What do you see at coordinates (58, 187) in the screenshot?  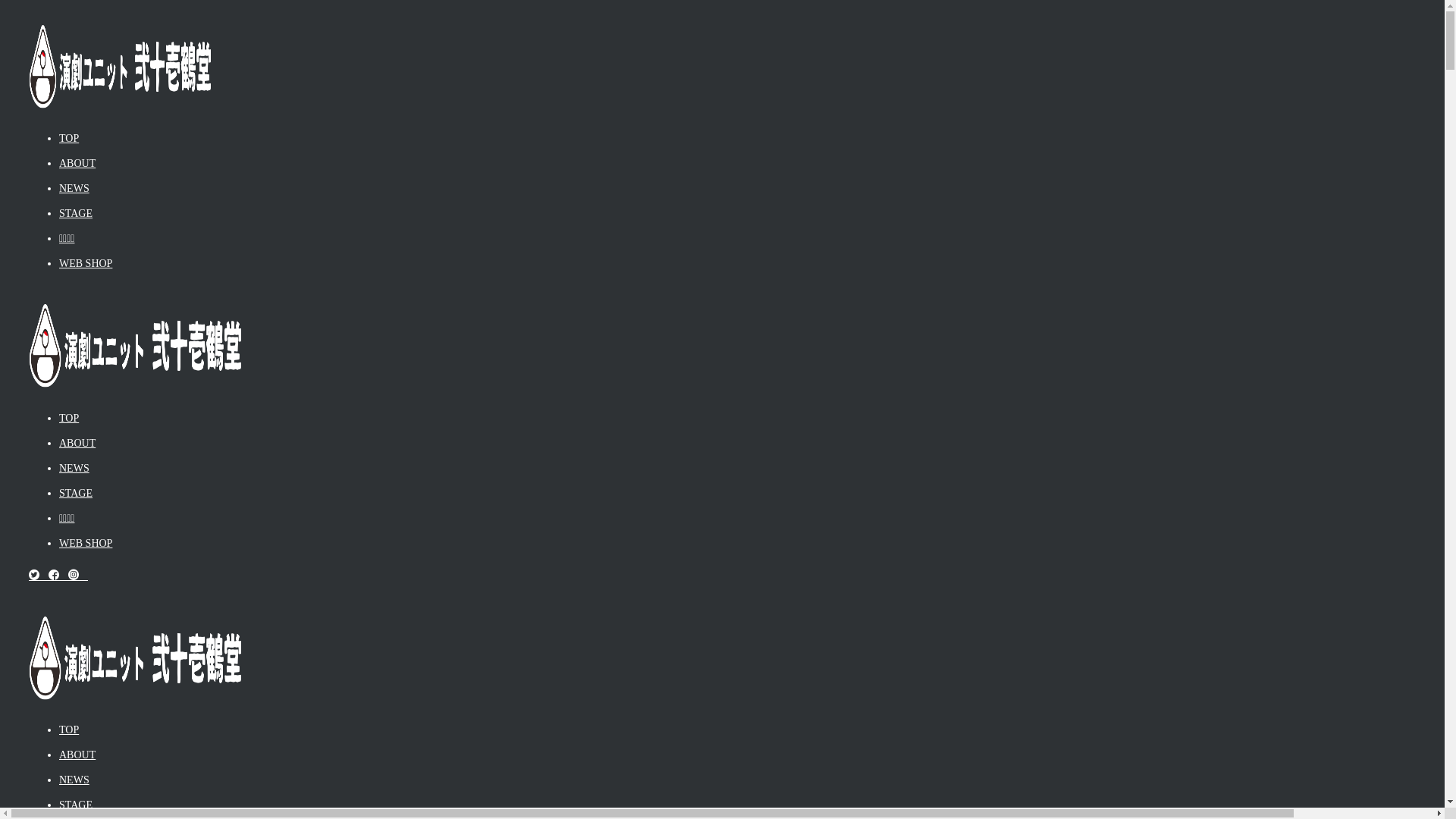 I see `'NEWS'` at bounding box center [58, 187].